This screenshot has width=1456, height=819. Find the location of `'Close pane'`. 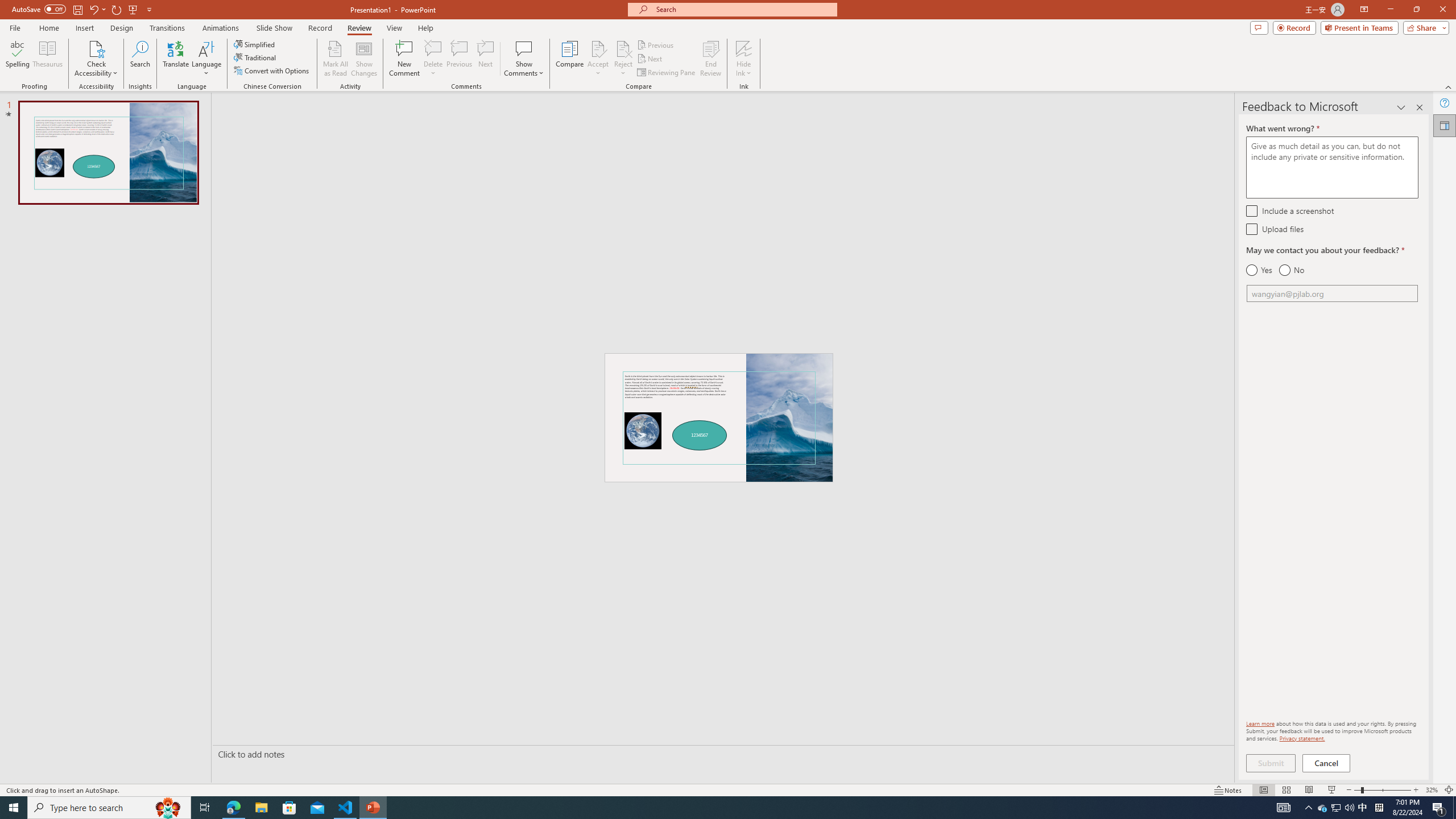

'Close pane' is located at coordinates (1419, 107).